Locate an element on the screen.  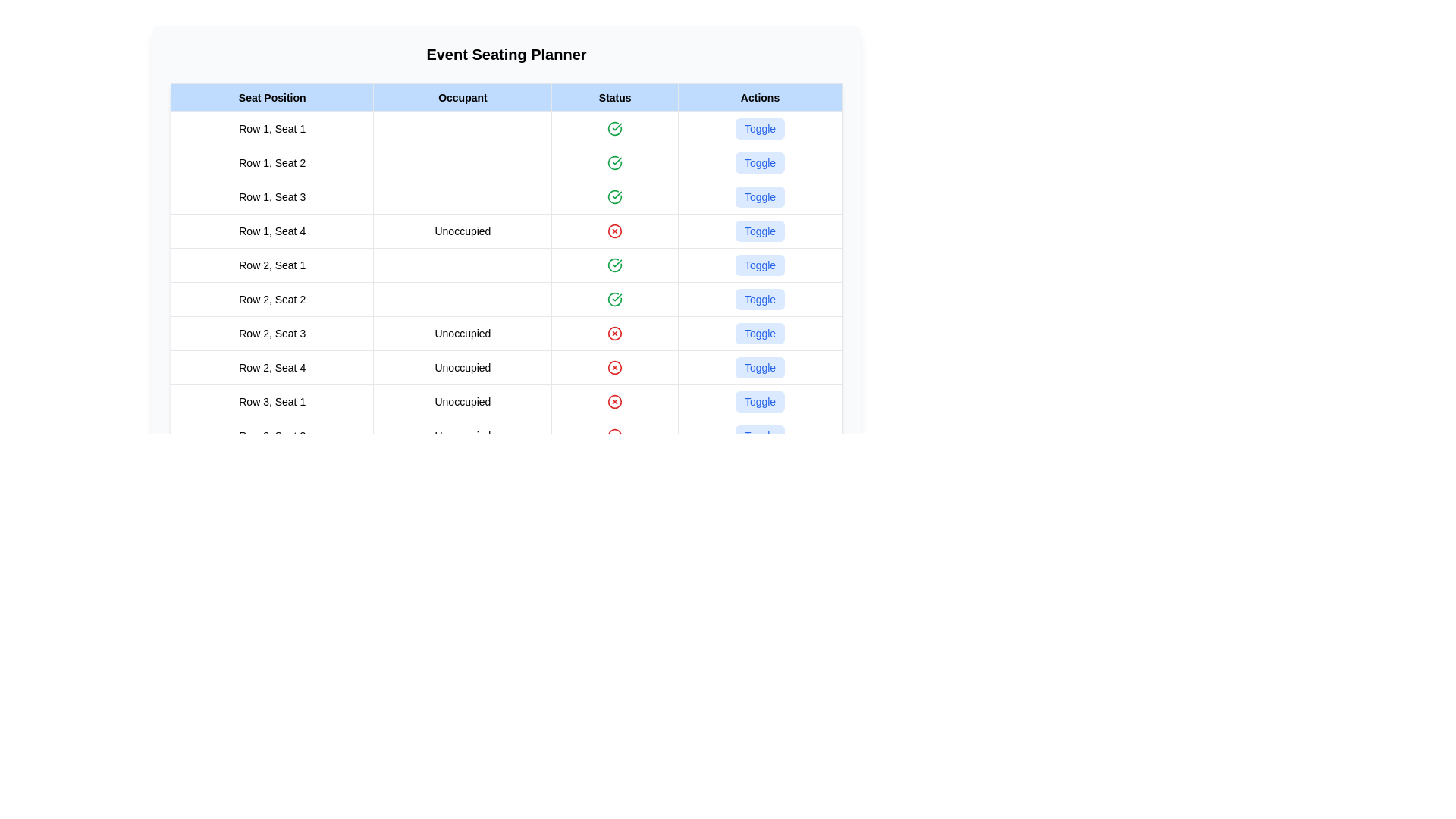
the static text label displaying 'Unoccupied' in the 'Occupant' column of the table for 'Row 1, Seat 4' is located at coordinates (462, 231).